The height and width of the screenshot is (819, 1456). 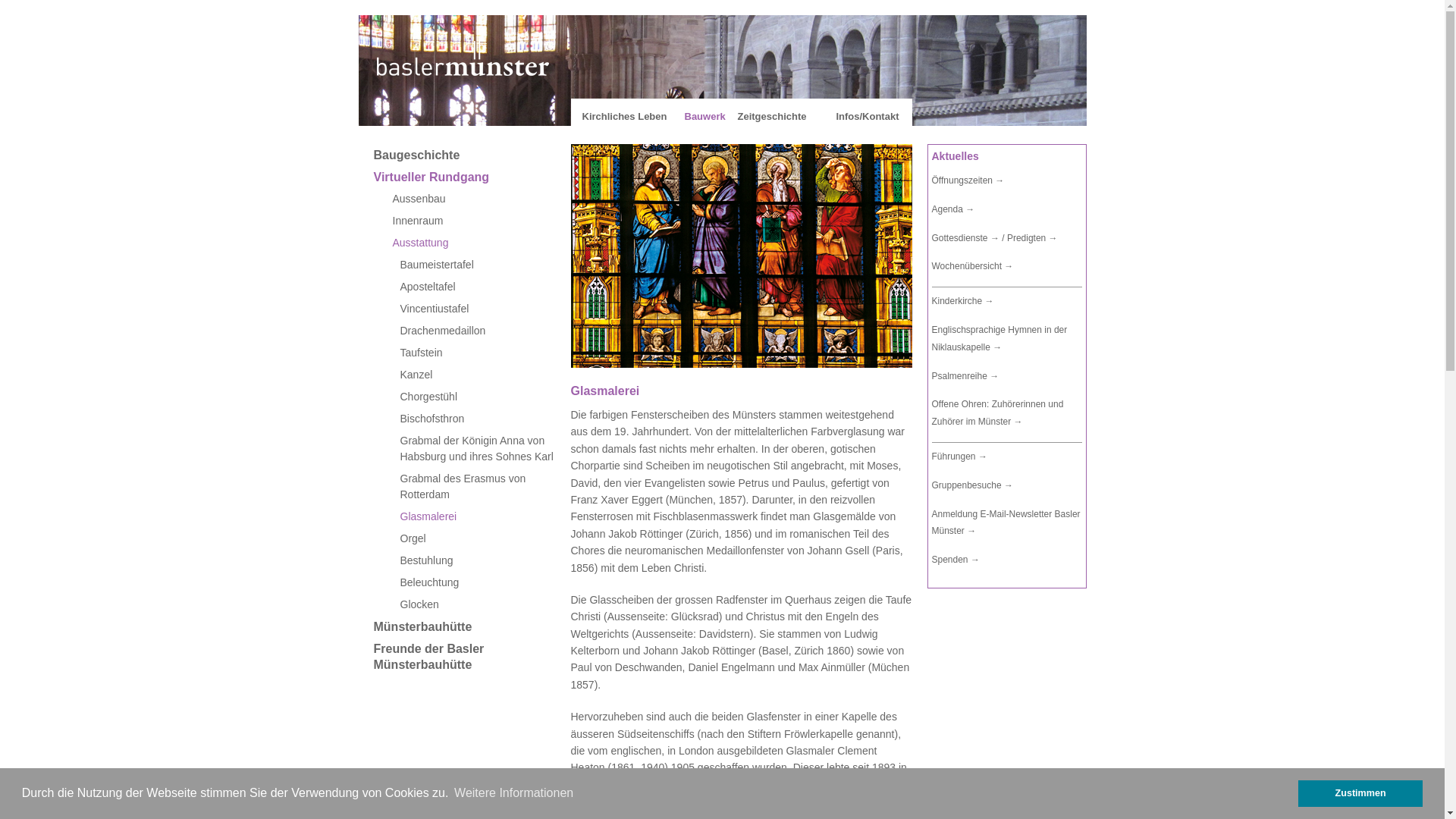 I want to click on 'Baugeschichte', so click(x=475, y=155).